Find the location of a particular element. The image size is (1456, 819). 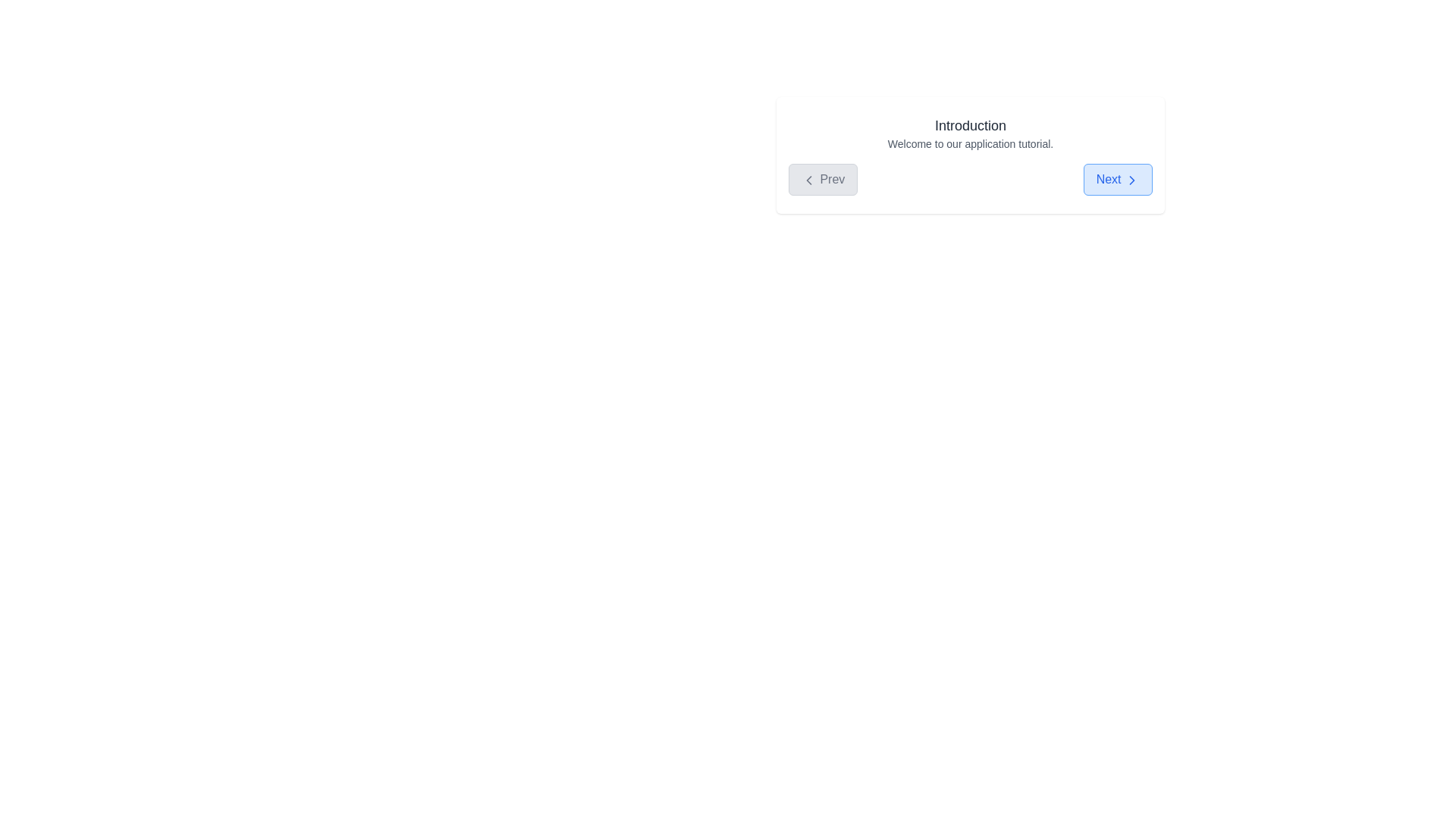

the right-pointing chevron icon located within the 'Next' button is located at coordinates (1131, 178).